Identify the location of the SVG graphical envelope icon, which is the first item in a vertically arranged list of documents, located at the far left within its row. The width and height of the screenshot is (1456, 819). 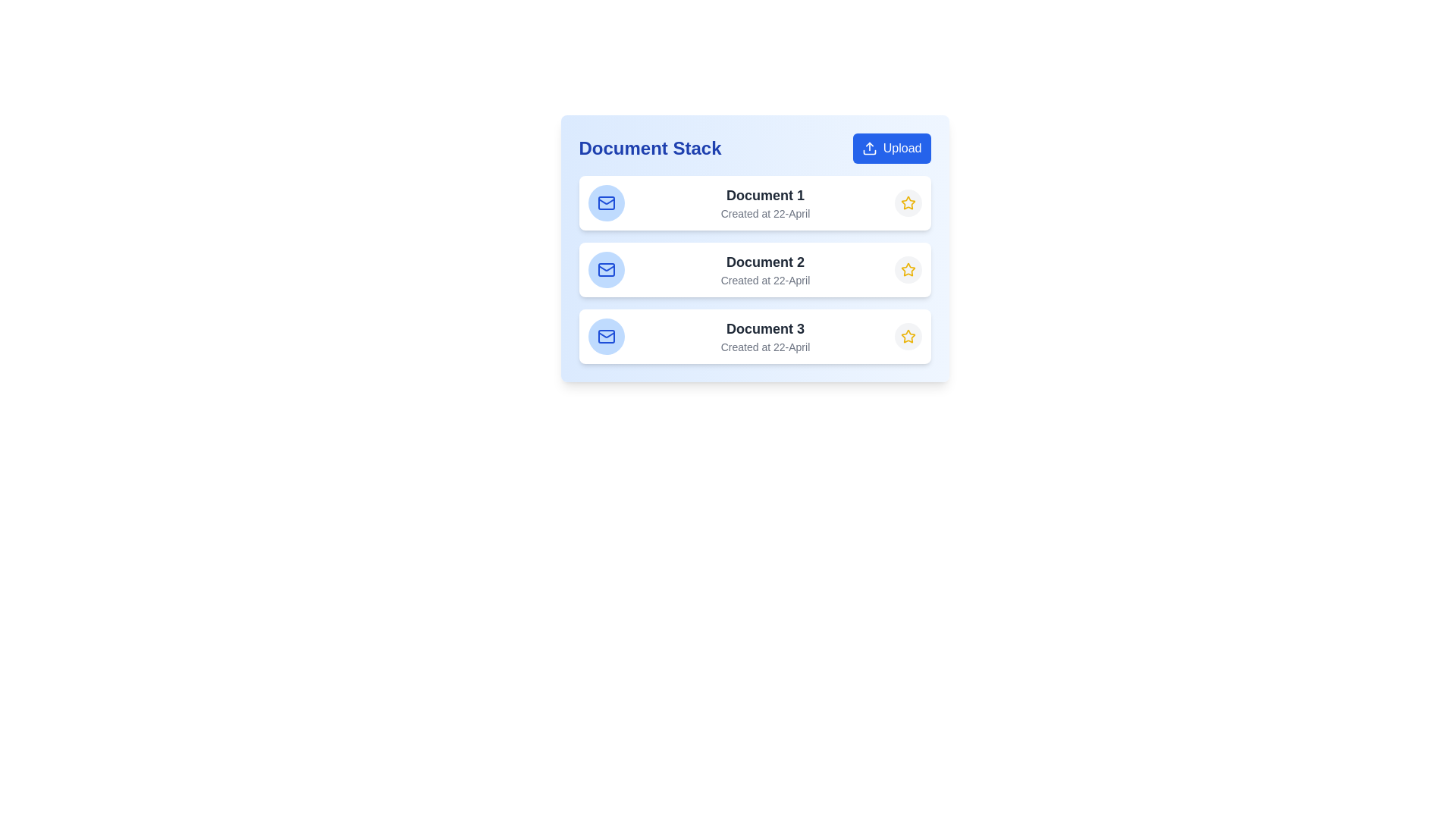
(605, 202).